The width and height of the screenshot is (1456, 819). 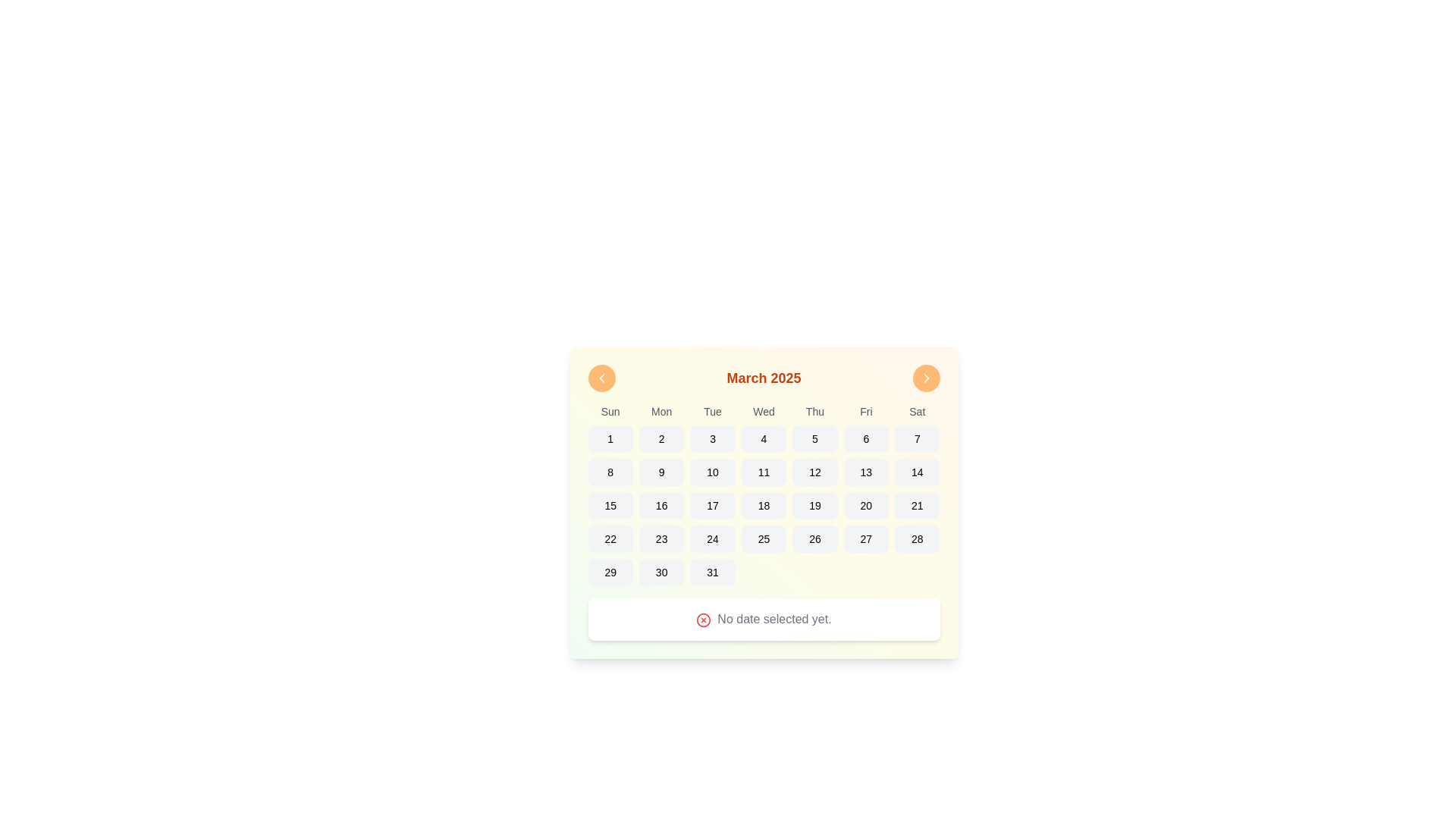 What do you see at coordinates (764, 494) in the screenshot?
I see `the date cell within the calendar for March 2025` at bounding box center [764, 494].